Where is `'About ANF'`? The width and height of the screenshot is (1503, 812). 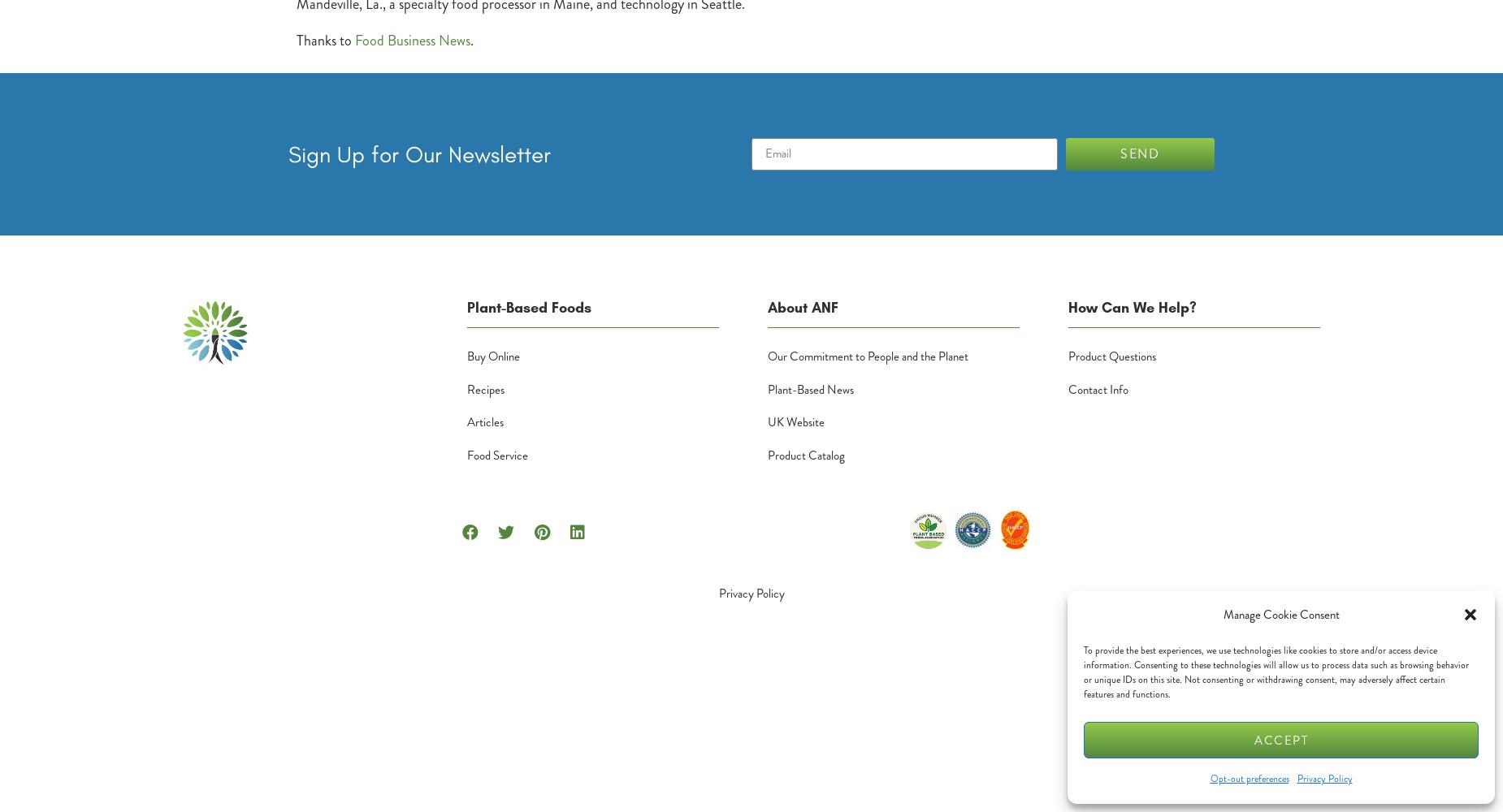
'About ANF' is located at coordinates (802, 307).